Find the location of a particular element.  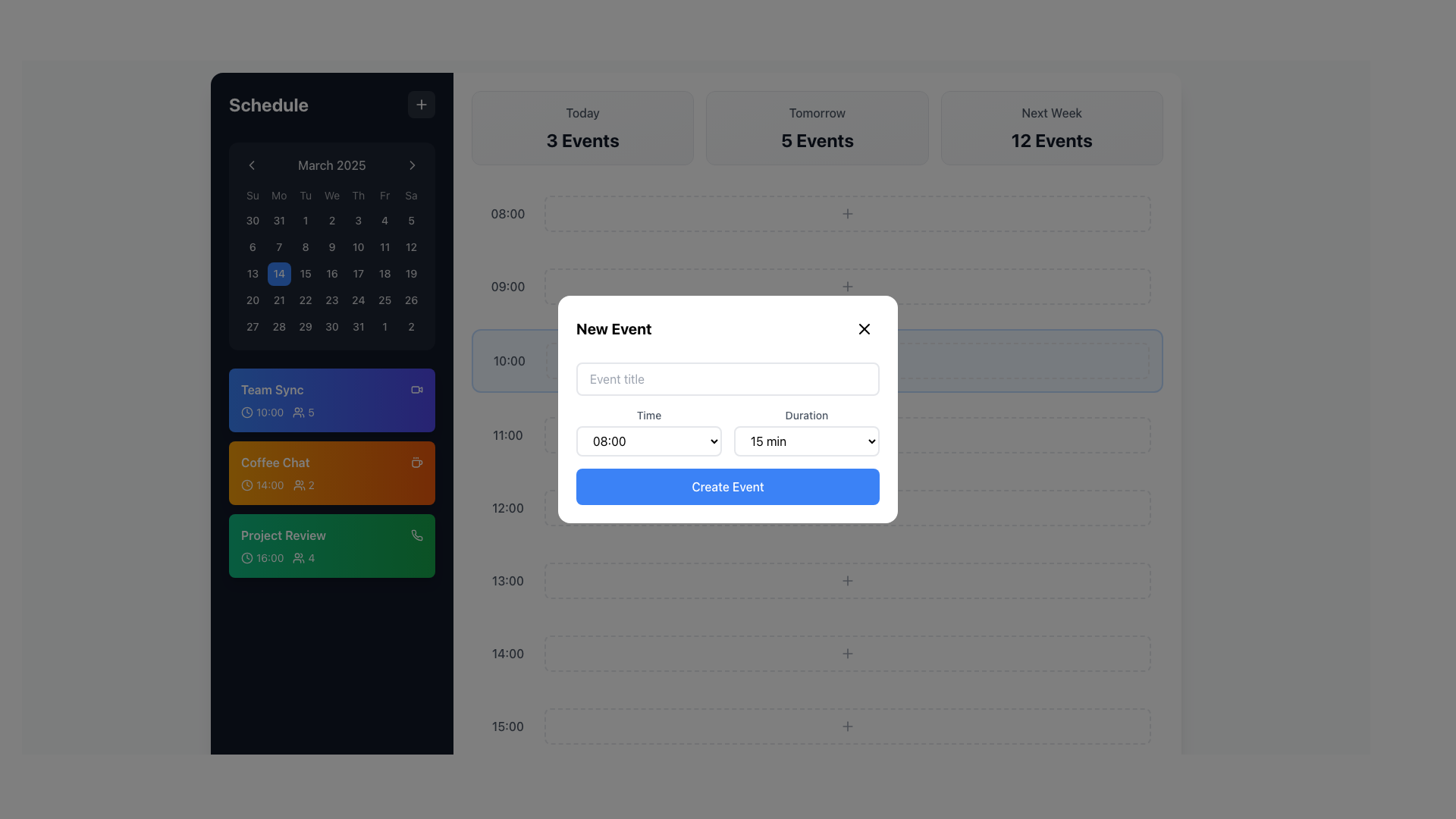

the button representing the selectable day (17th) in the calendar view of the scheduling application is located at coordinates (357, 274).